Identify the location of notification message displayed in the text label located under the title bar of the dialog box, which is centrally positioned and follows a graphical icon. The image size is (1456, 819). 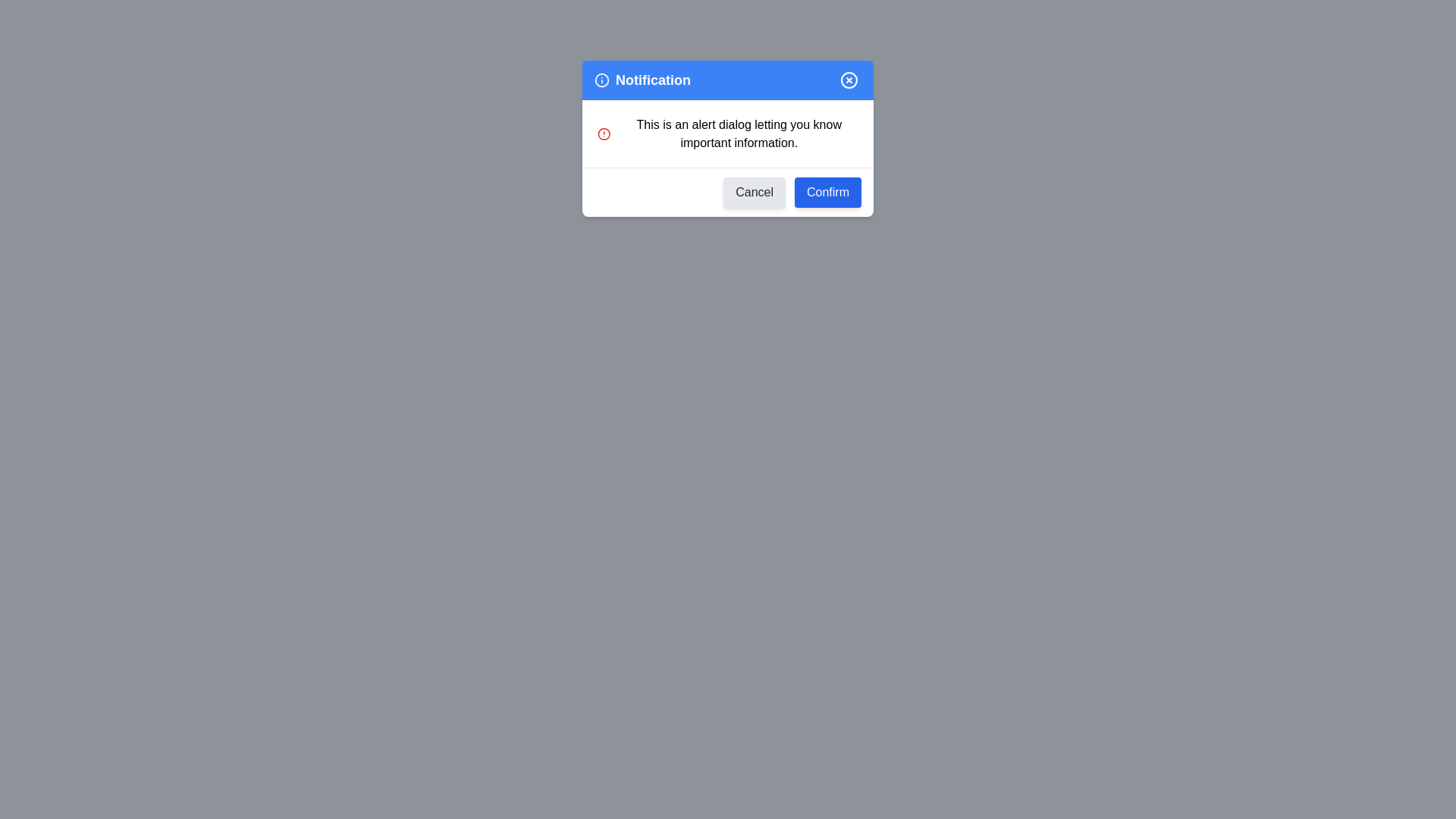
(739, 133).